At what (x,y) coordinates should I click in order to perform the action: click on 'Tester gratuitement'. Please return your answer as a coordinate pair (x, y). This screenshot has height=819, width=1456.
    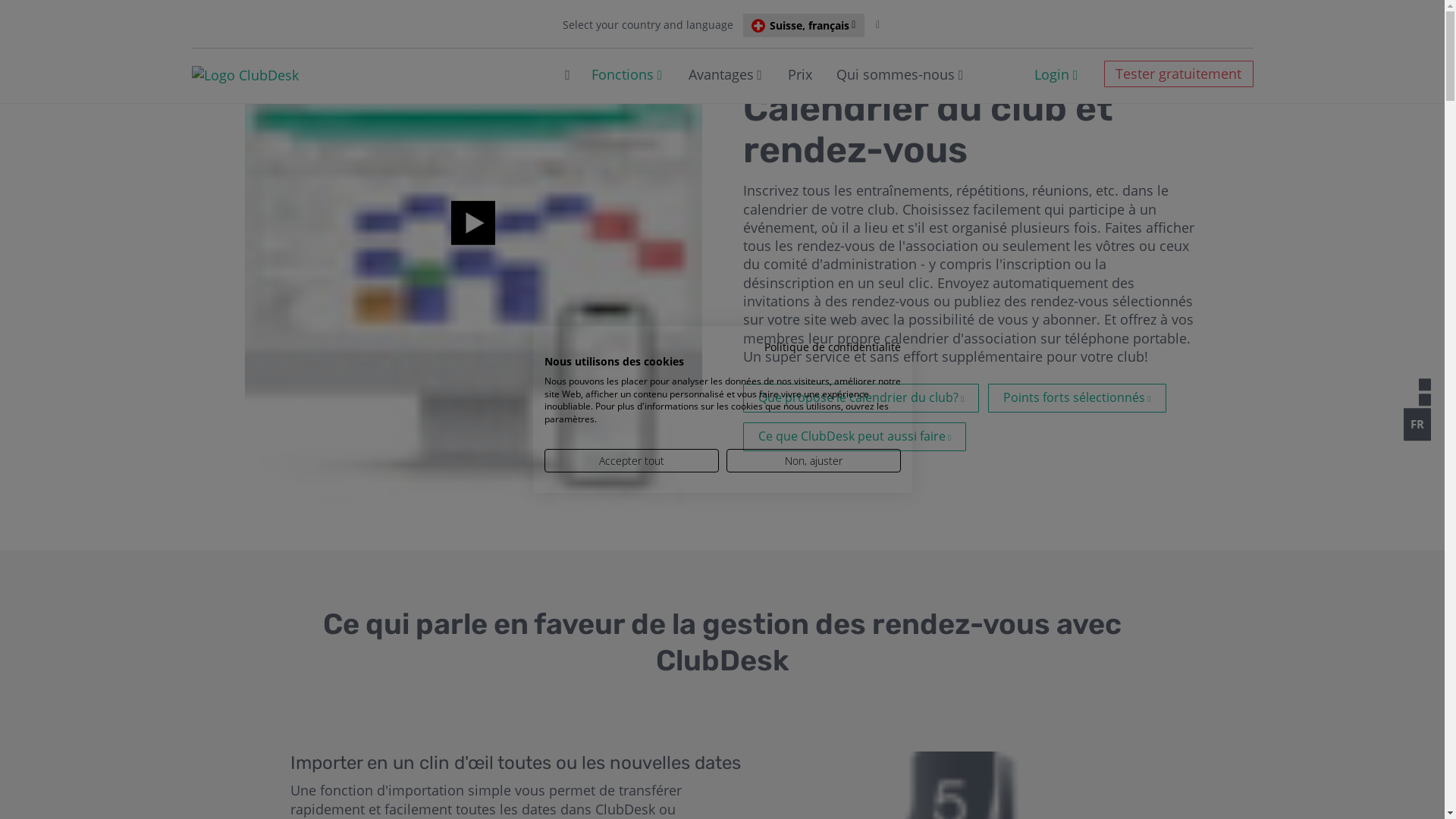
    Looking at the image, I should click on (1103, 74).